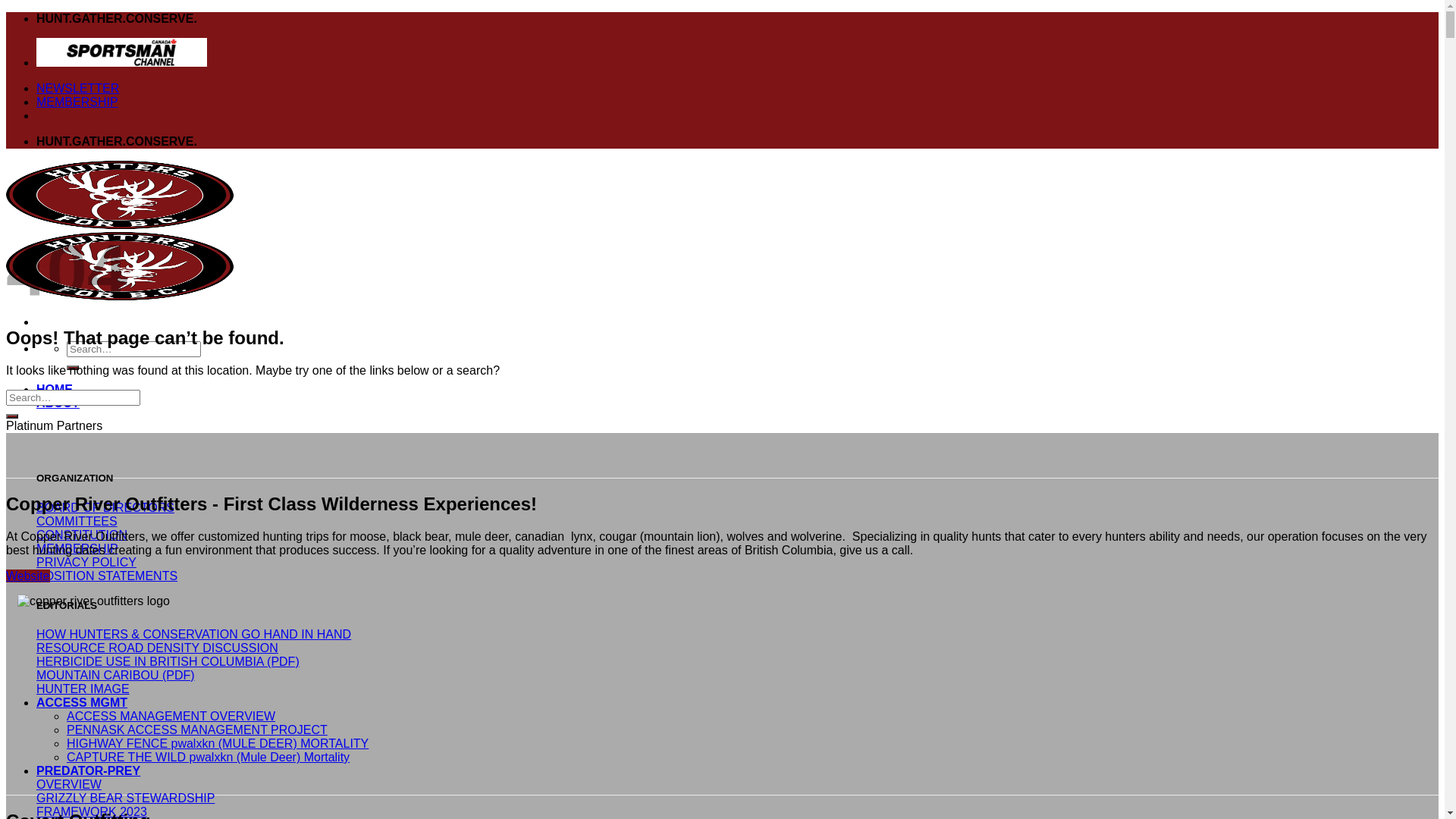  Describe the element at coordinates (87, 770) in the screenshot. I see `'PREDATOR-PREY'` at that location.